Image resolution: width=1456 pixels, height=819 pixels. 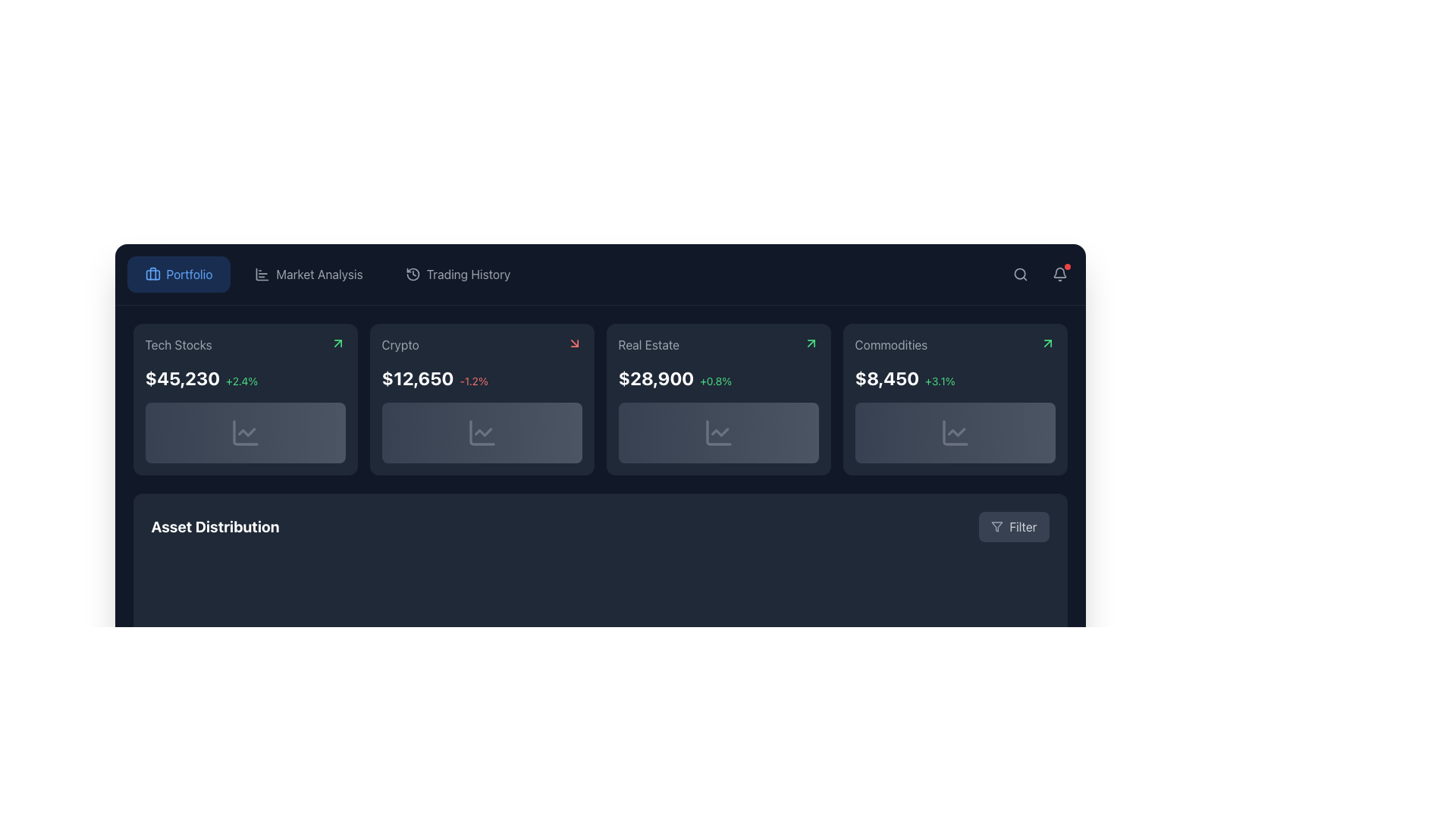 I want to click on the chart or graph icon located in the Crypto section of the dashboard, positioned beneath the '$12,650' amount and '-1.2%' percentage text, so click(x=481, y=432).